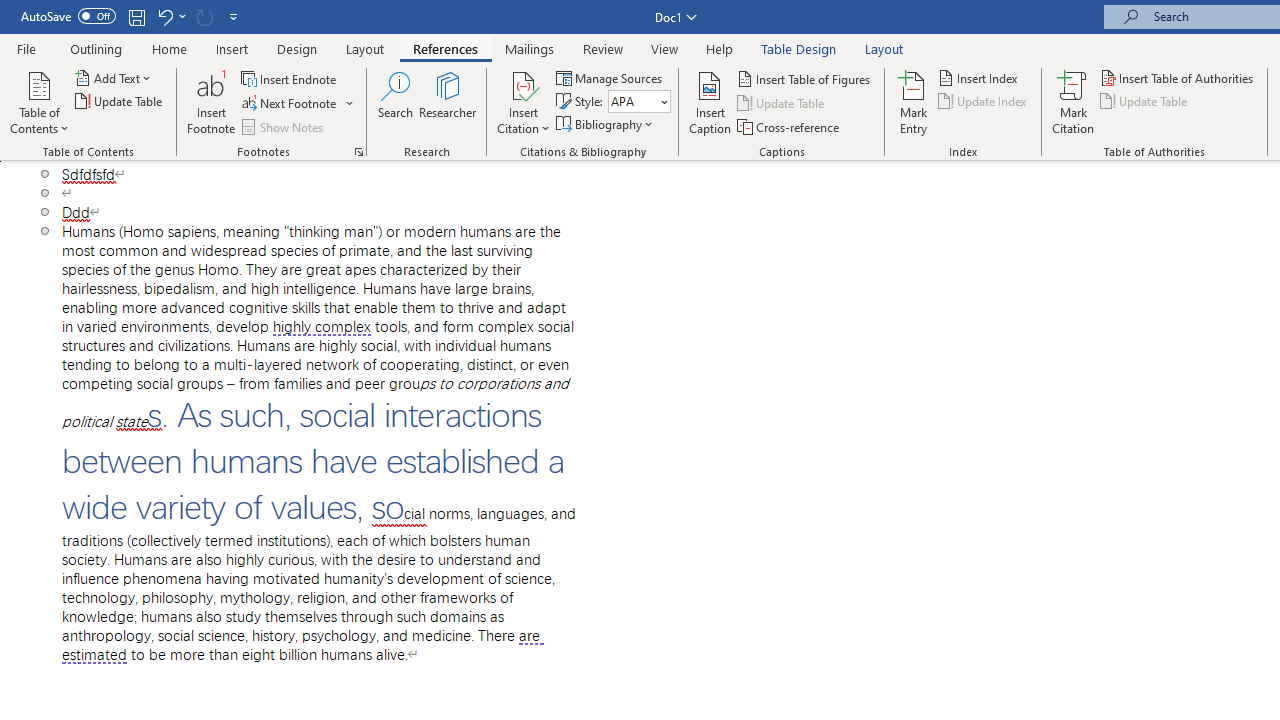 Image resolution: width=1280 pixels, height=720 pixels. I want to click on 'Insert Index...', so click(979, 77).